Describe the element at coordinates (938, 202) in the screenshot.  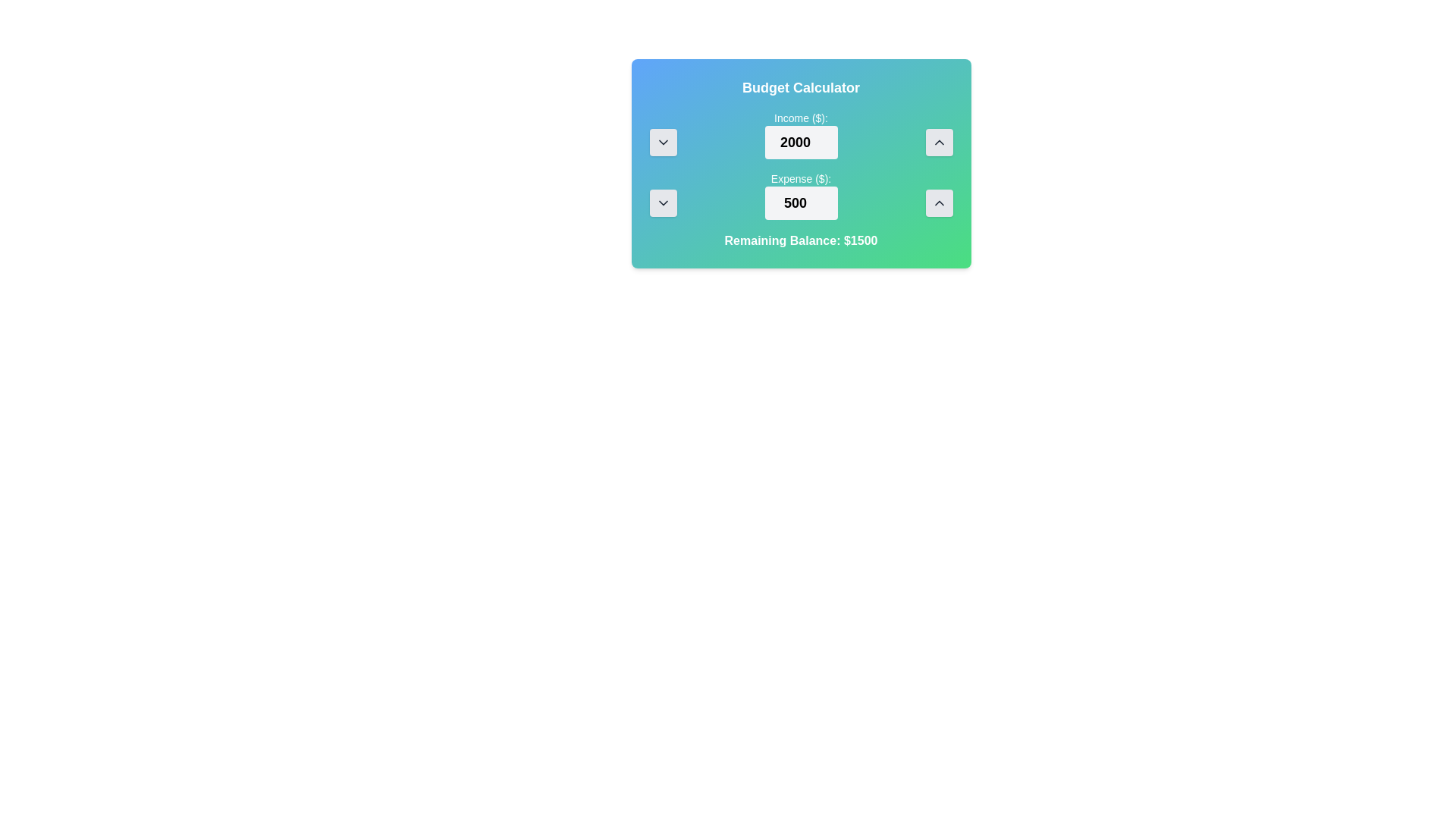
I see `the increment button located at the bottom right of the 'Expense ($)' input field in the 'Budget Calculator' interface` at that location.